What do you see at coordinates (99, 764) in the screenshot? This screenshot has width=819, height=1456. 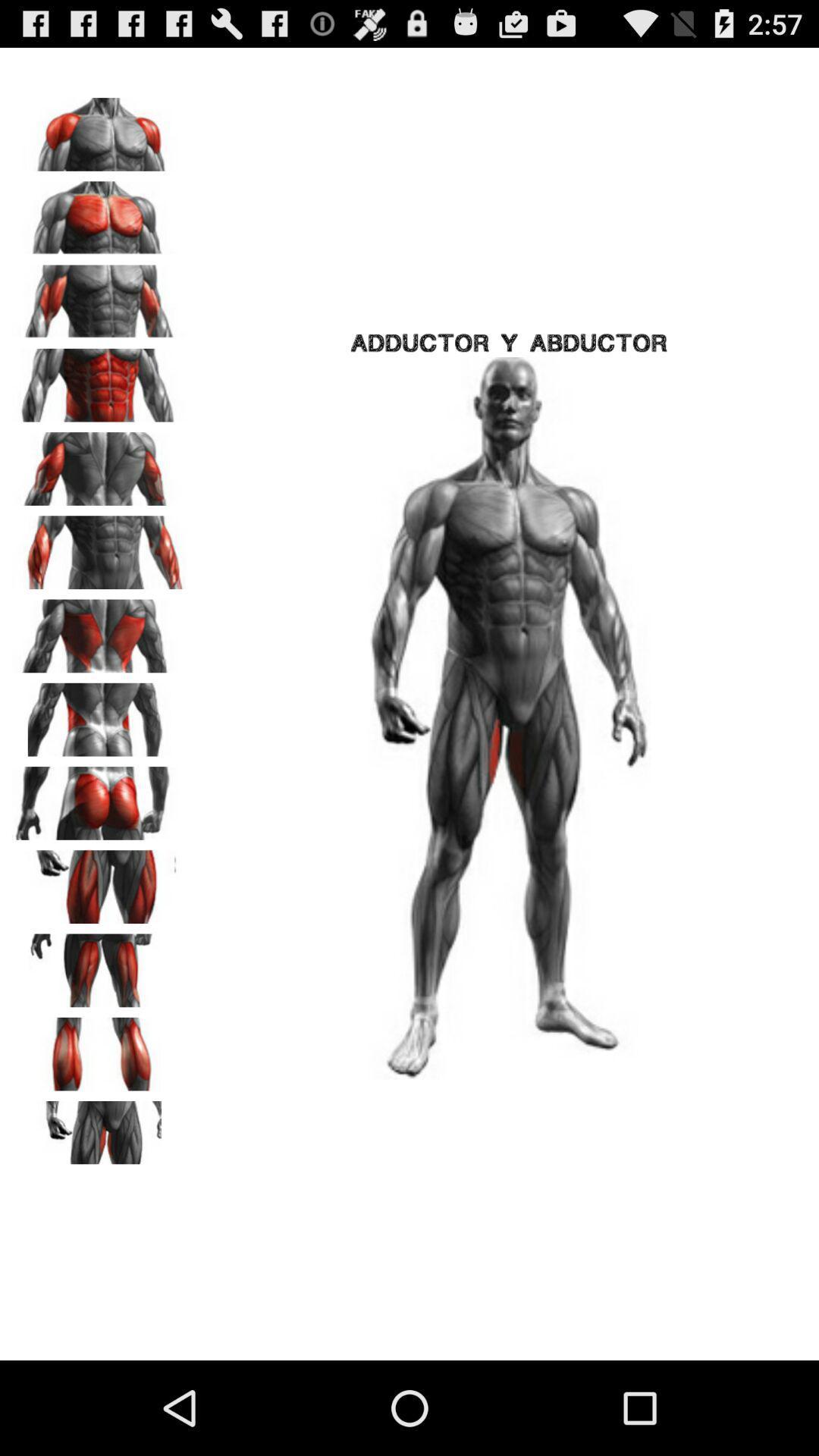 I see `the font icon` at bounding box center [99, 764].